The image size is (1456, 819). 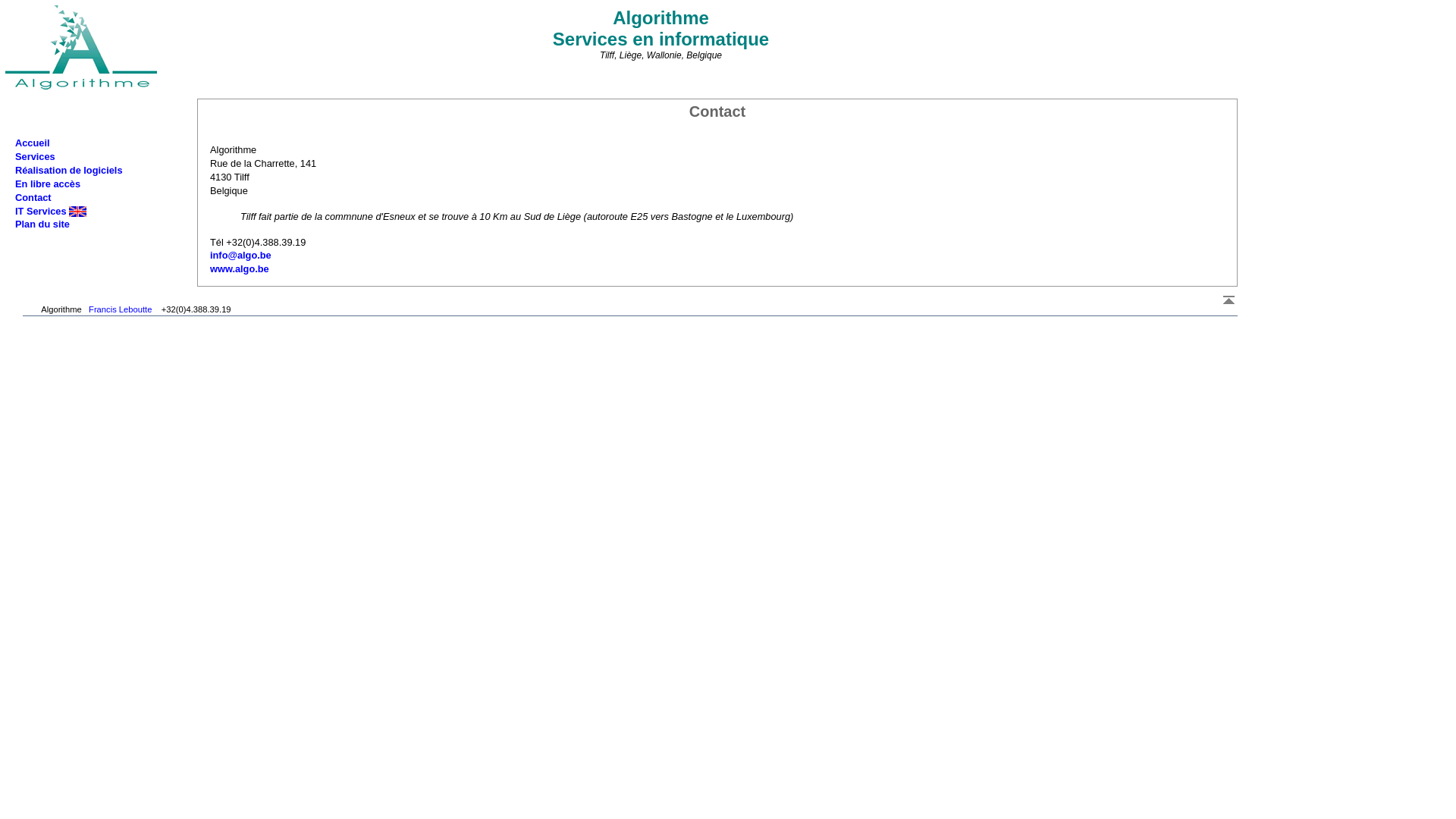 I want to click on 'Accueil', so click(x=14, y=143).